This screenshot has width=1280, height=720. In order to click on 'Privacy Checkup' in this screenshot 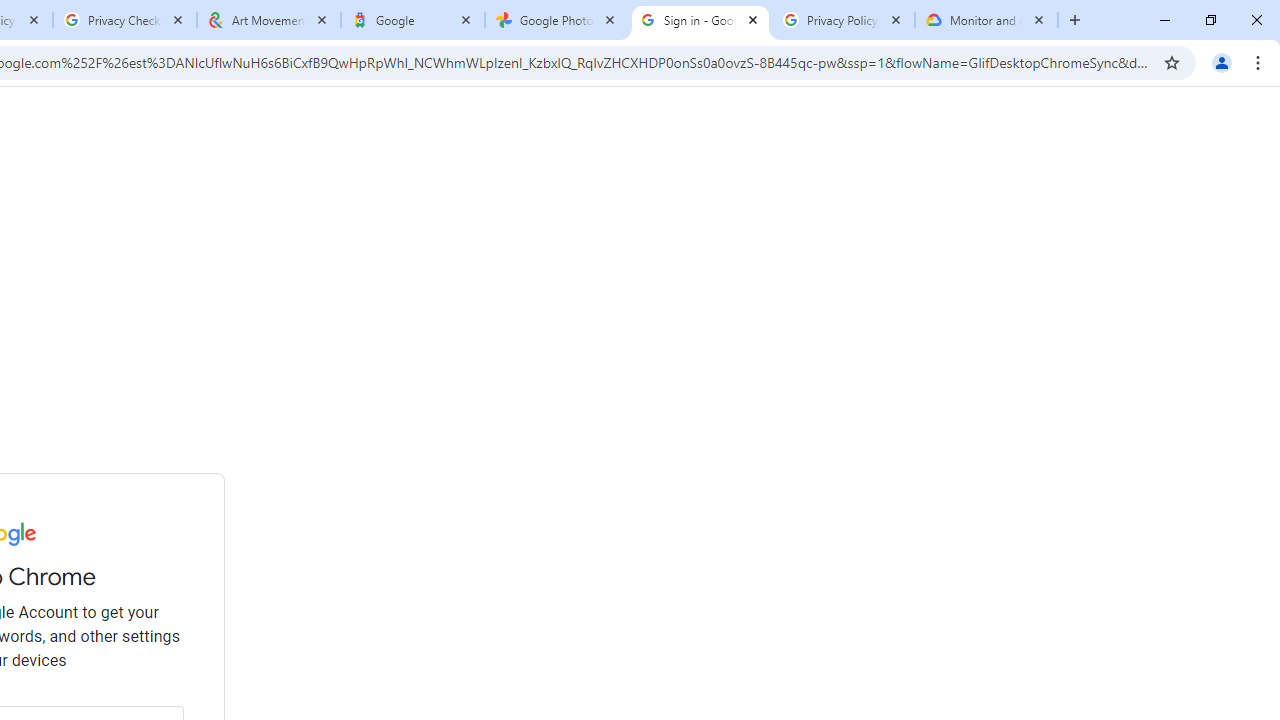, I will do `click(123, 20)`.